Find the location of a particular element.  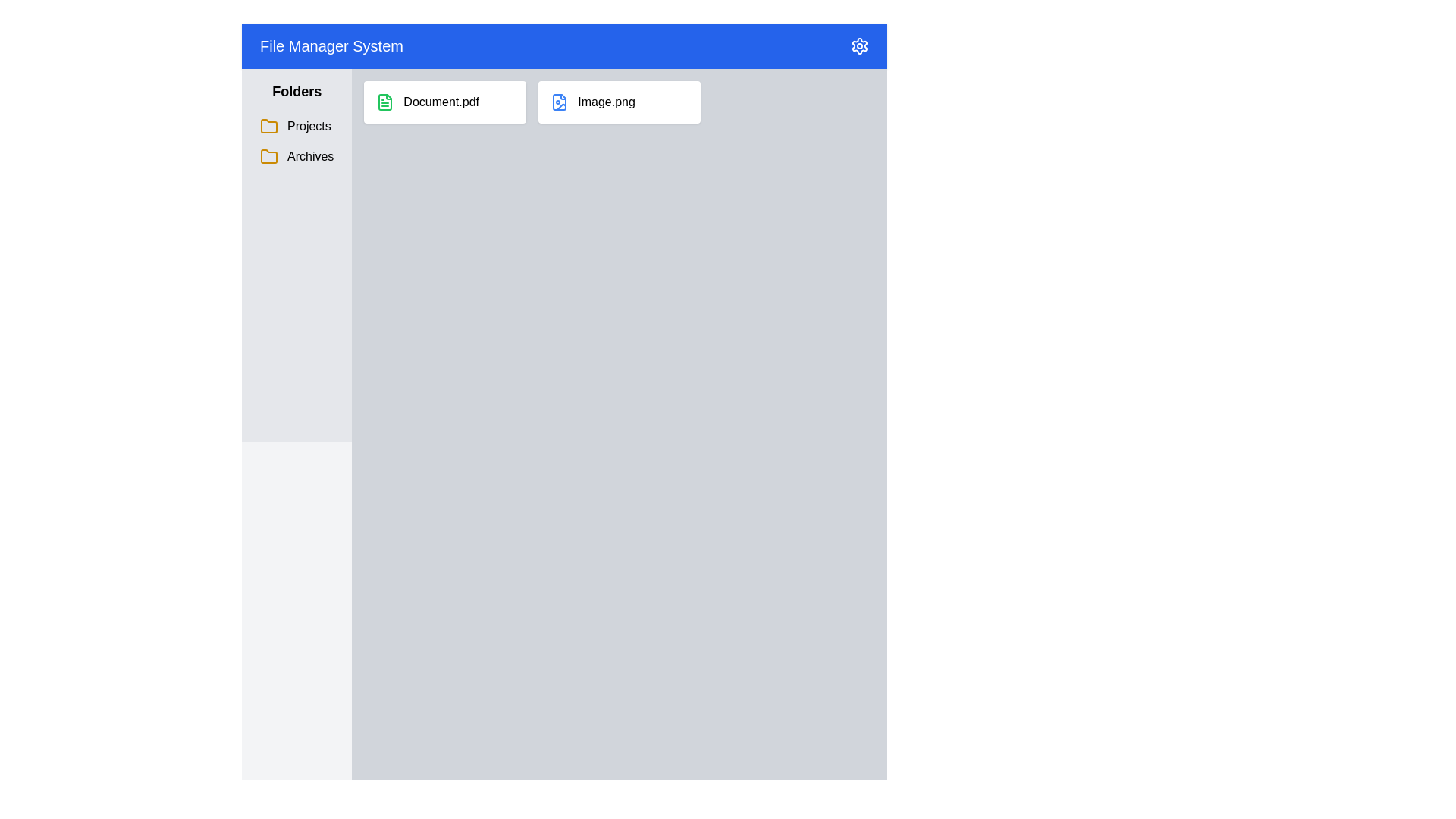

the folder icon that represents the 'Archives' directory is located at coordinates (269, 157).